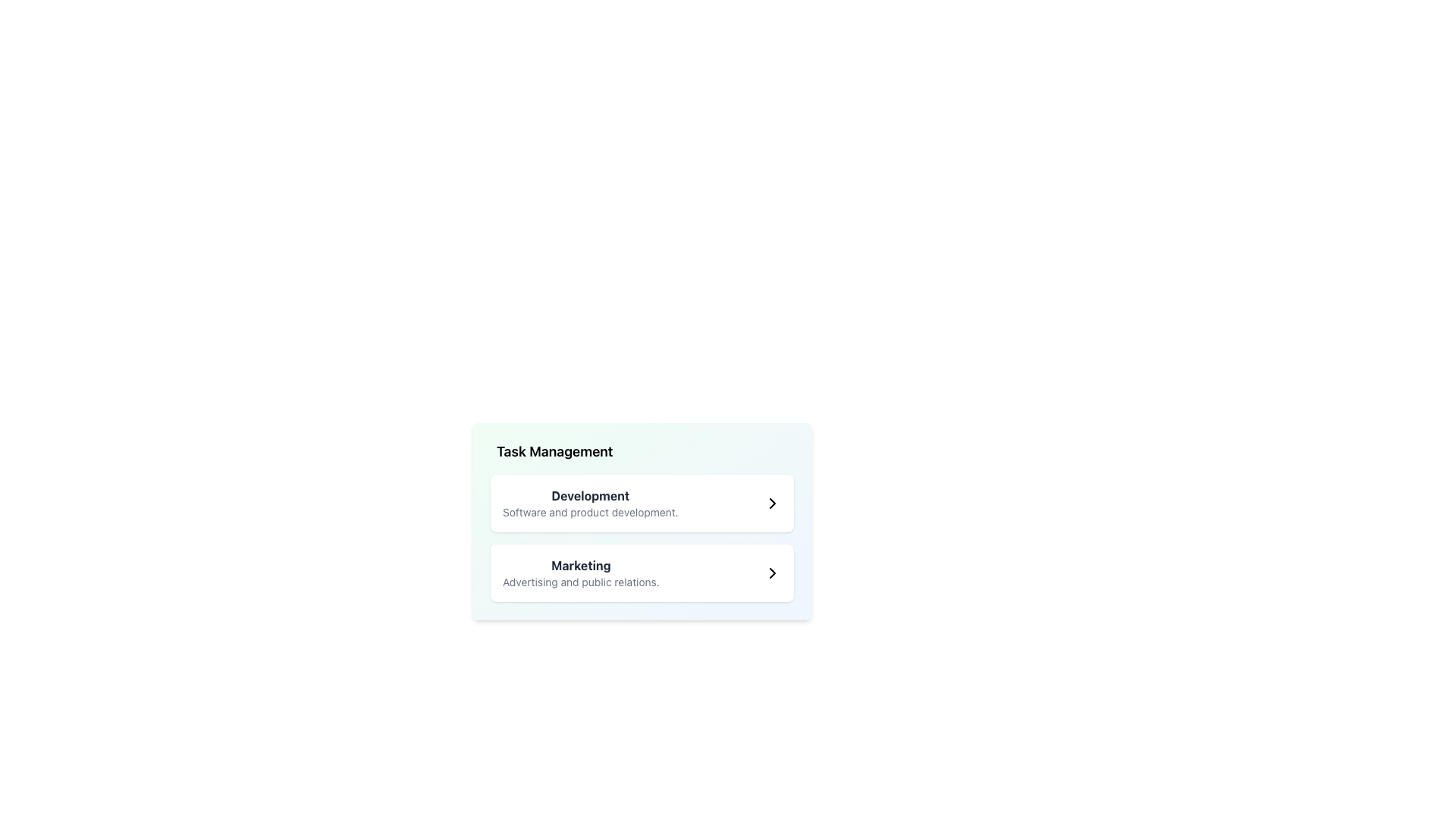 The image size is (1456, 819). What do you see at coordinates (772, 573) in the screenshot?
I see `the rightward-pointing chevron icon located at the far right of the 'Marketing' card` at bounding box center [772, 573].